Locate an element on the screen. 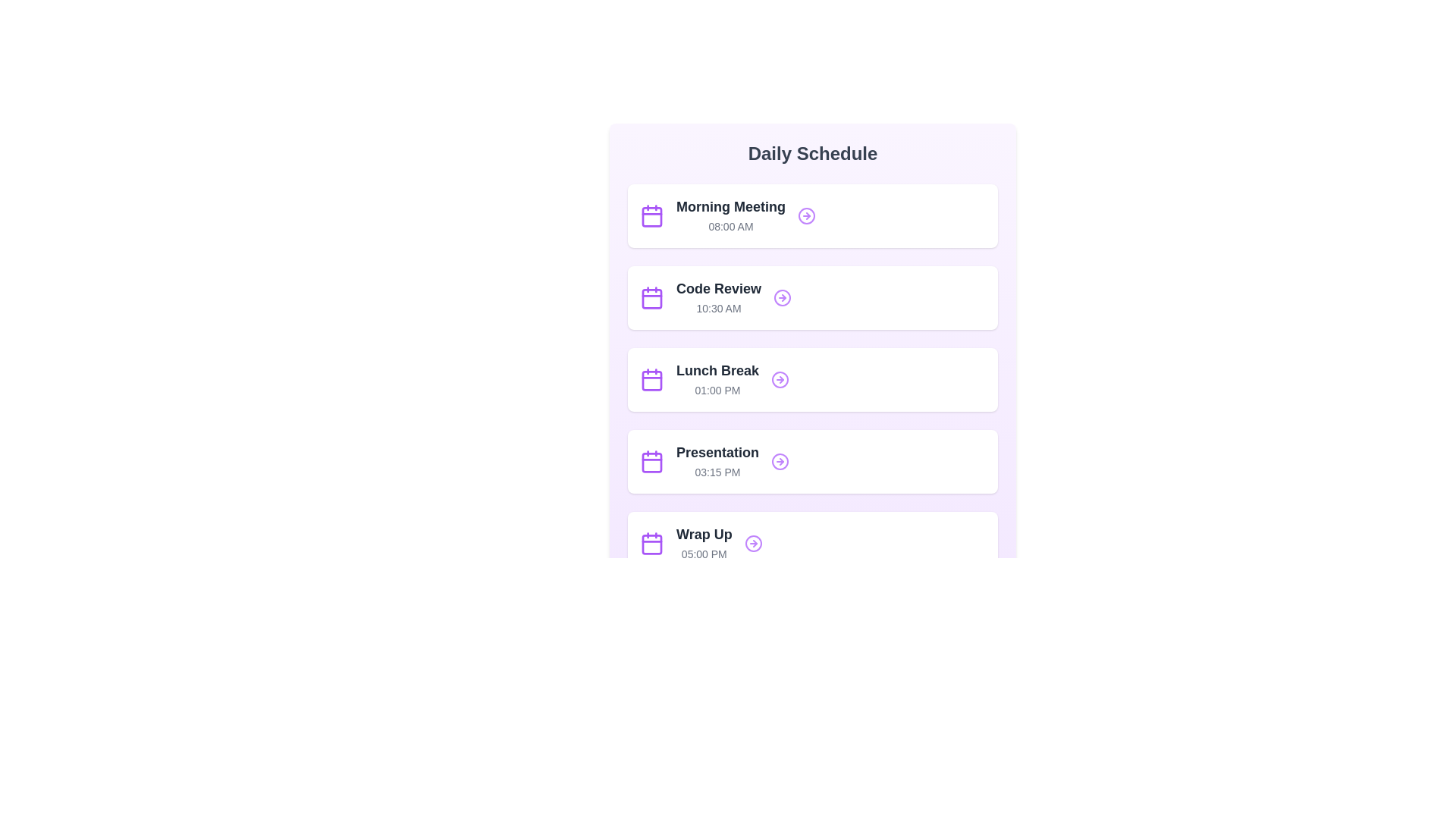  the leftmost icon in the 'Presentation' event block is located at coordinates (651, 461).